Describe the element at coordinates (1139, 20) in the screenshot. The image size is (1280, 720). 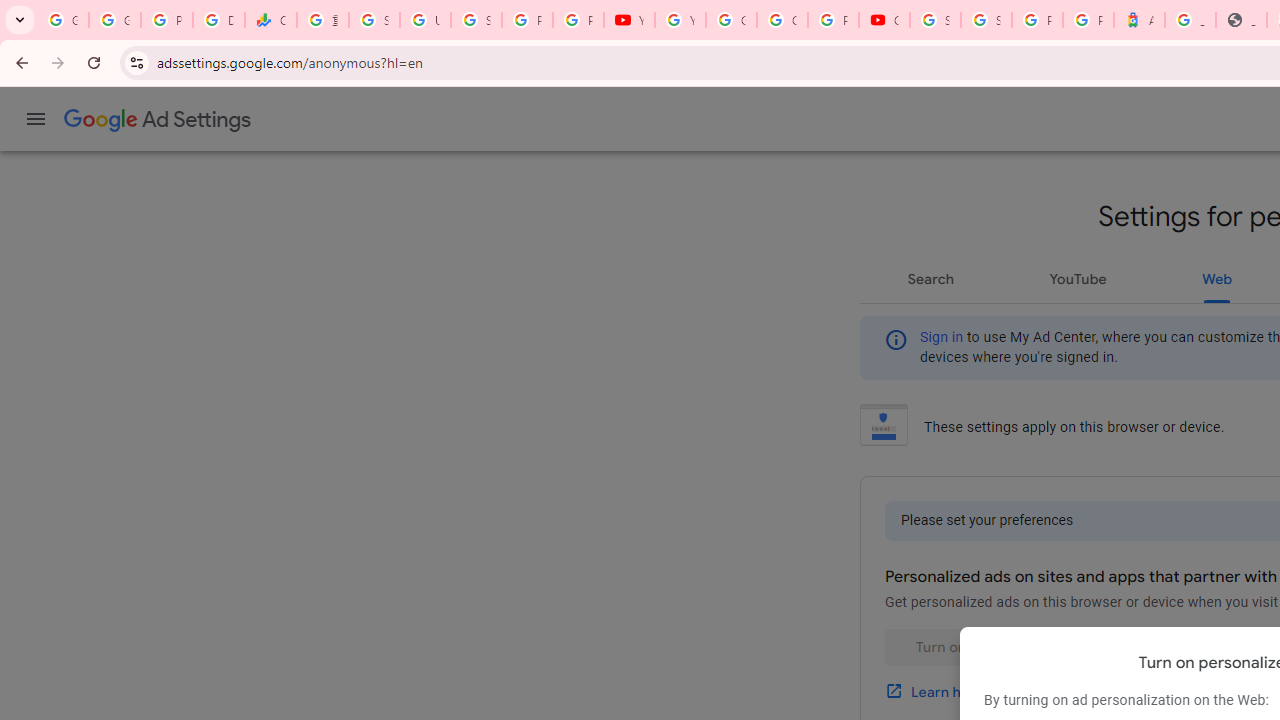
I see `'Atour Hotel - Google hotels'` at that location.